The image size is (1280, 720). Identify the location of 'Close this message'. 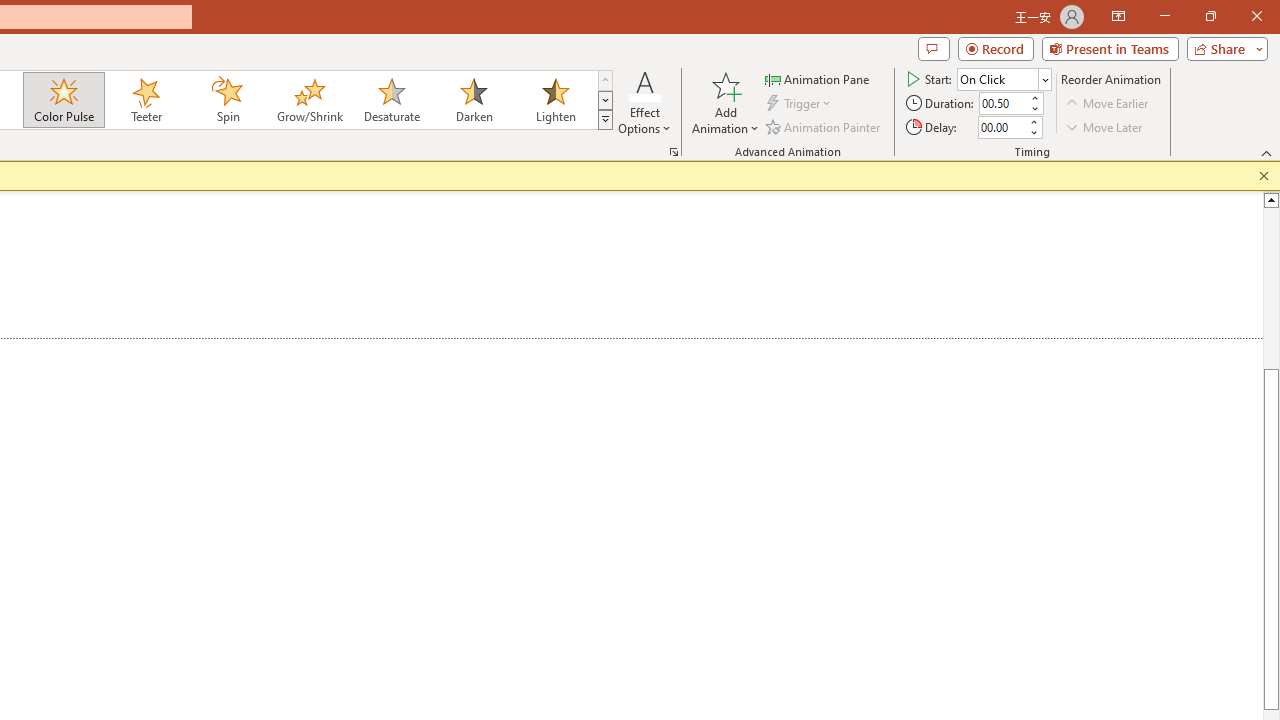
(1263, 175).